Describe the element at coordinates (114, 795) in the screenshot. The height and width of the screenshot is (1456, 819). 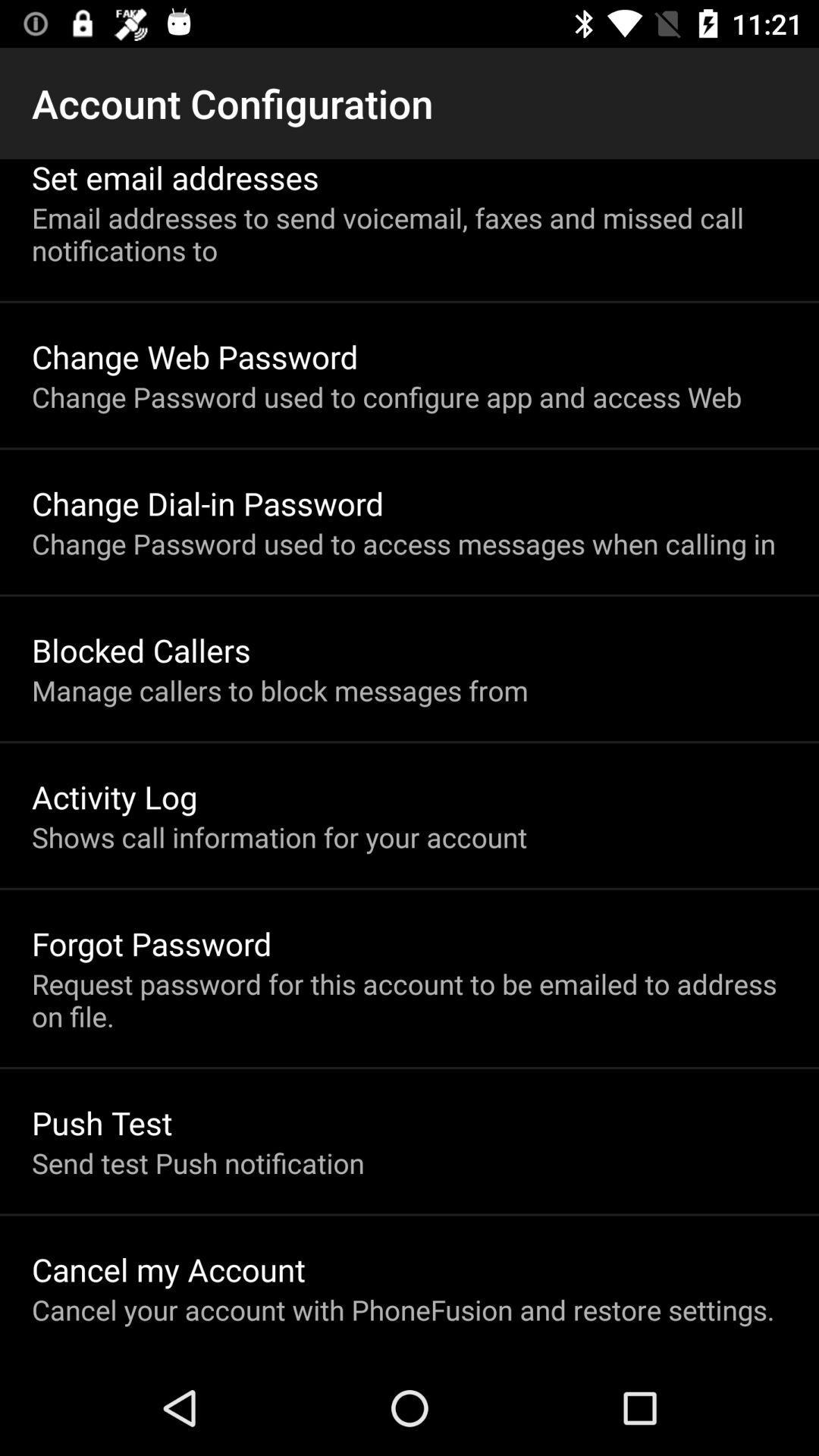
I see `the activity log icon` at that location.